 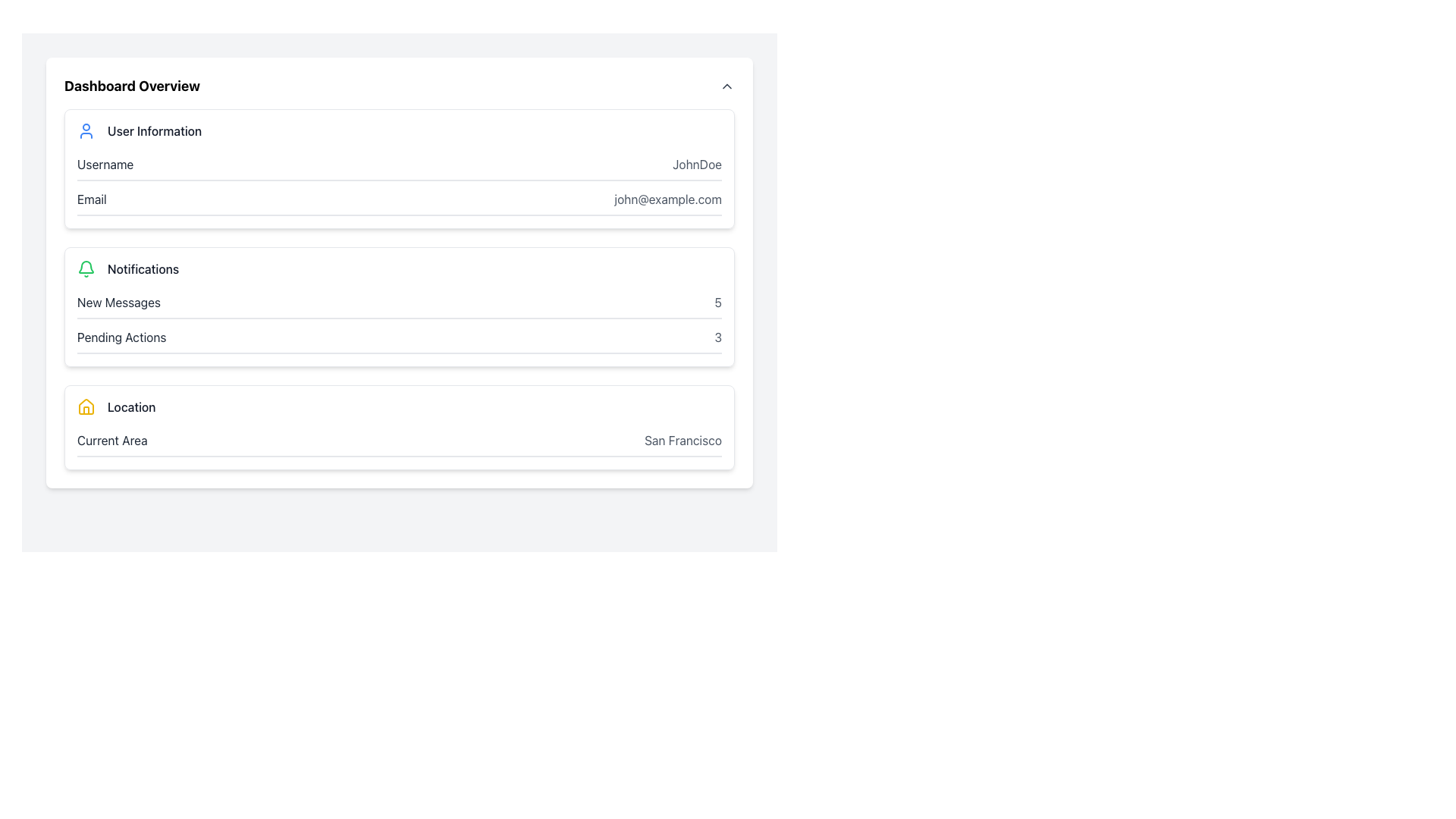 What do you see at coordinates (132, 86) in the screenshot?
I see `the bold, large-sized text label displaying 'Dashboard Overview' at the top of the panel` at bounding box center [132, 86].